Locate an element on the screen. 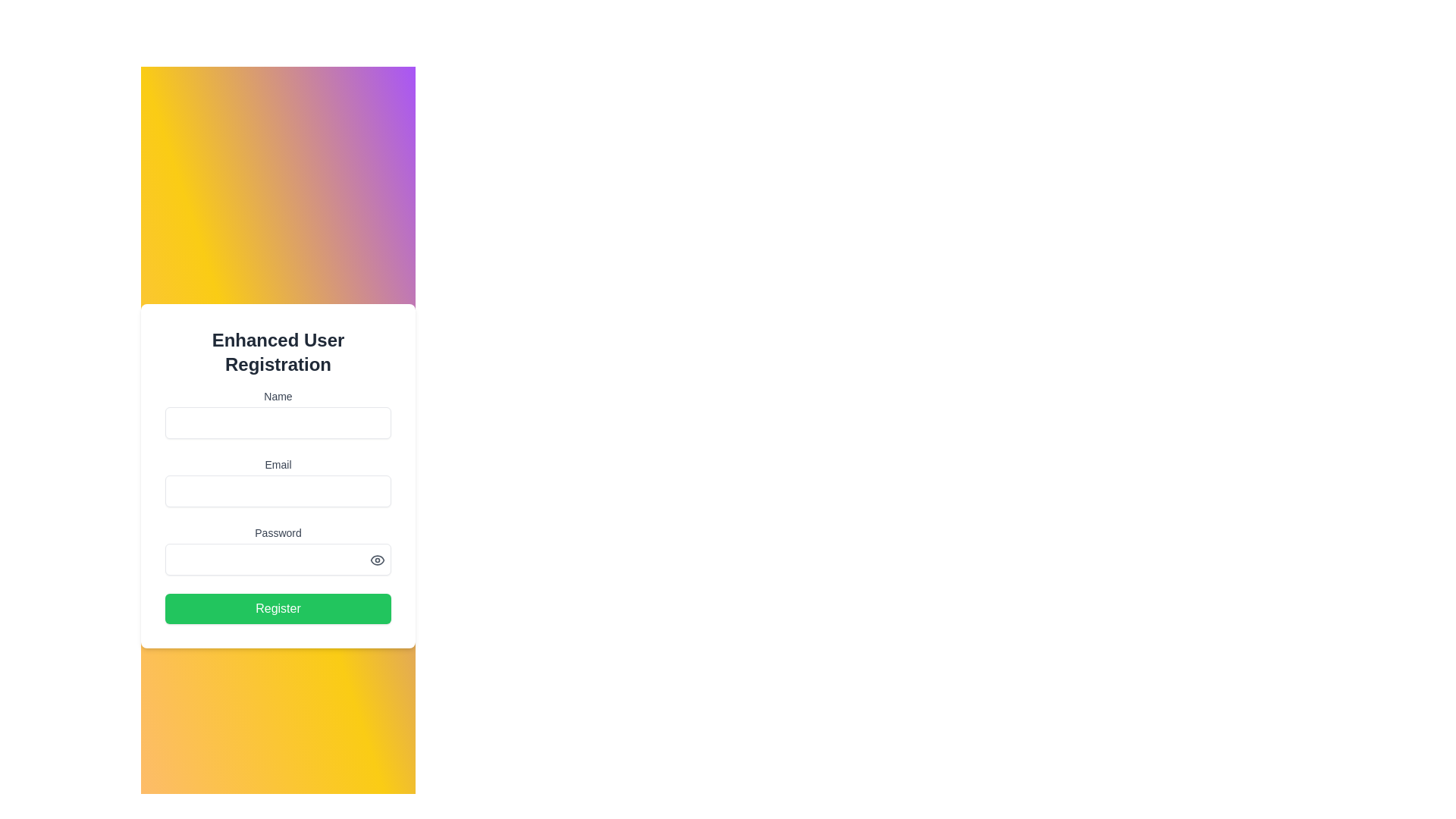 This screenshot has height=819, width=1456. the visibility indicator button, which is a small circular button with an eye icon located at the far-right edge of the password input field in the Enhanced User Registration form is located at coordinates (378, 560).